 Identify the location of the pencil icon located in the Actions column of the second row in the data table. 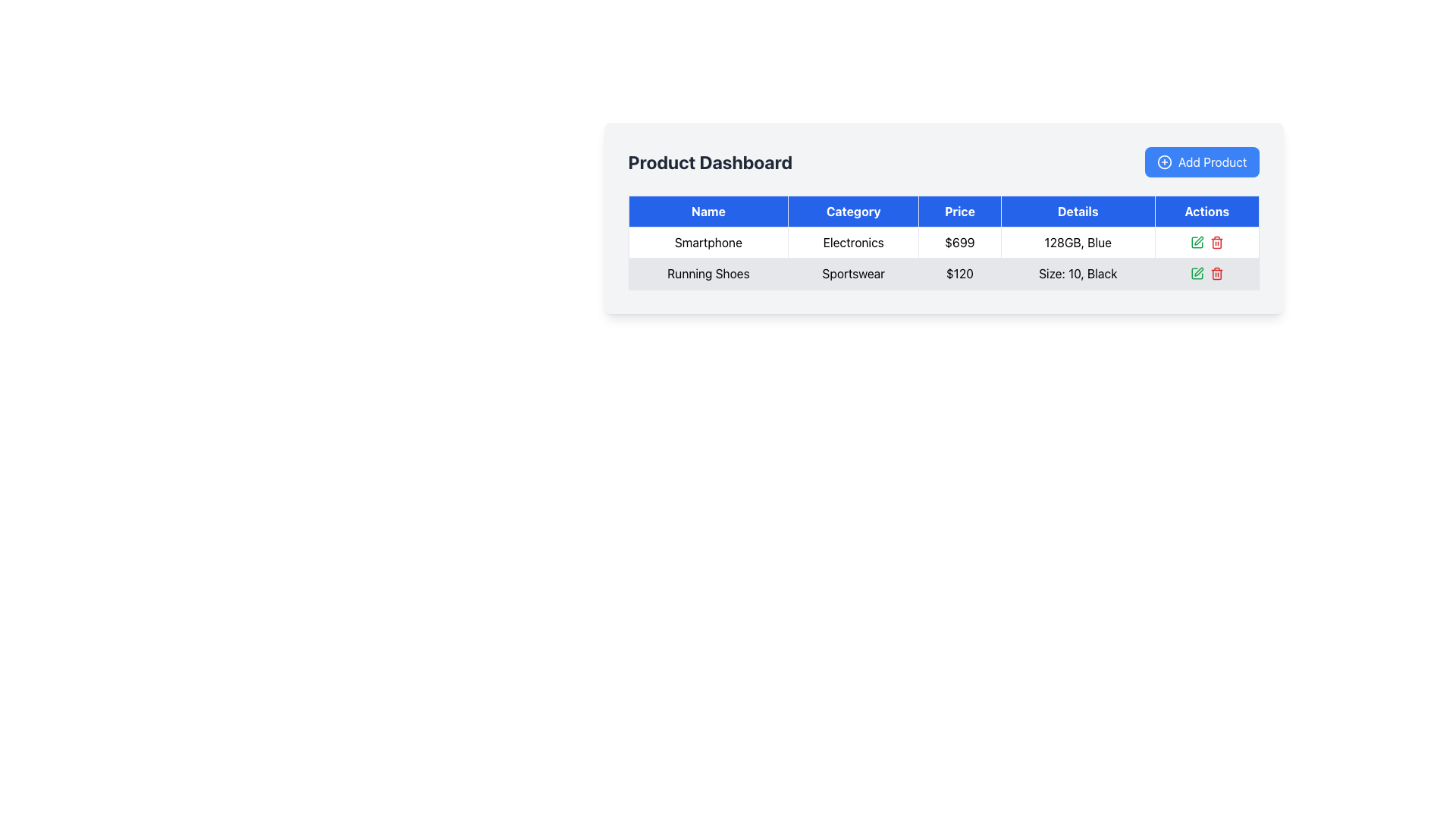
(1197, 271).